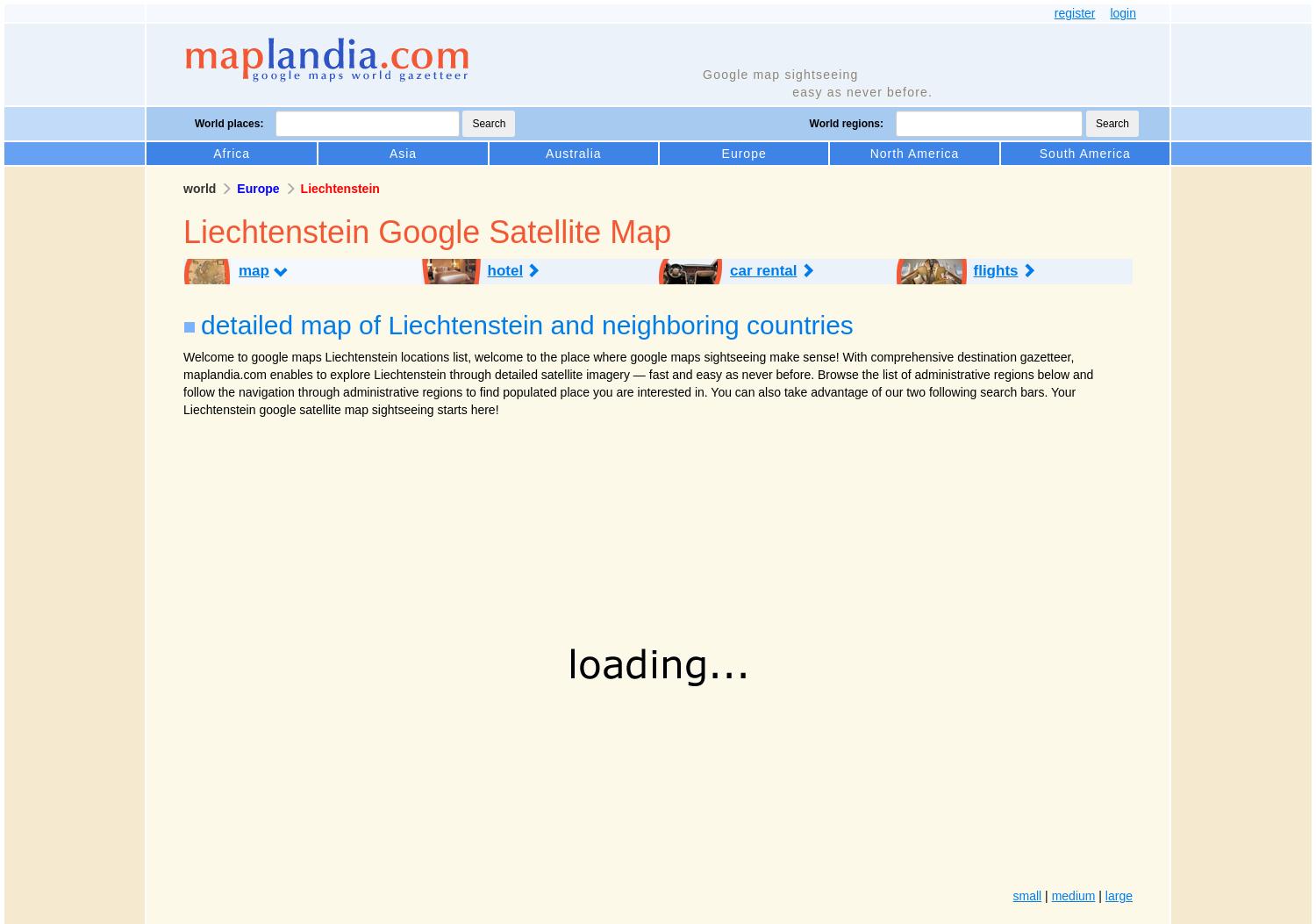  What do you see at coordinates (637, 382) in the screenshot?
I see `'Welcome to google maps Liechtenstein locations list, welcome to the place where google maps sightseeing make sense! With comprehensive destination gazetteer, maplandia.com enables to explore Liechtenstein through detailed satellite imagery — fast and easy as never before. Browse the list of administrative regions below and follow the navigation through administrative regions to find populated place you are interested in. You can also take advantage of our two following search bars. Your Liechtenstein google satellite map sightseeing starts here!'` at bounding box center [637, 382].